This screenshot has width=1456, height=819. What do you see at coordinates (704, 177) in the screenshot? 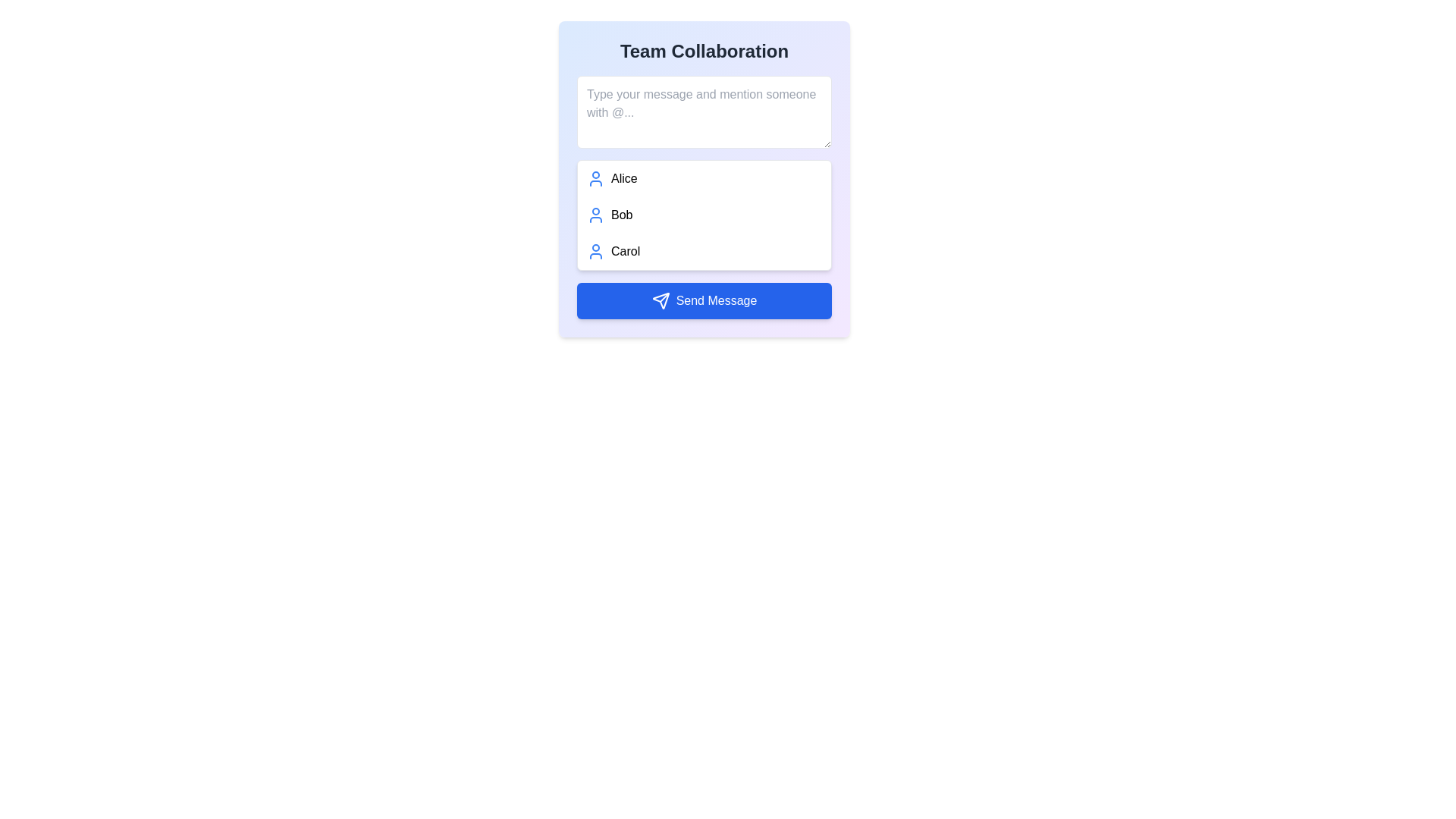
I see `the selectable list item representing the user named 'Alice' to interact with it` at bounding box center [704, 177].